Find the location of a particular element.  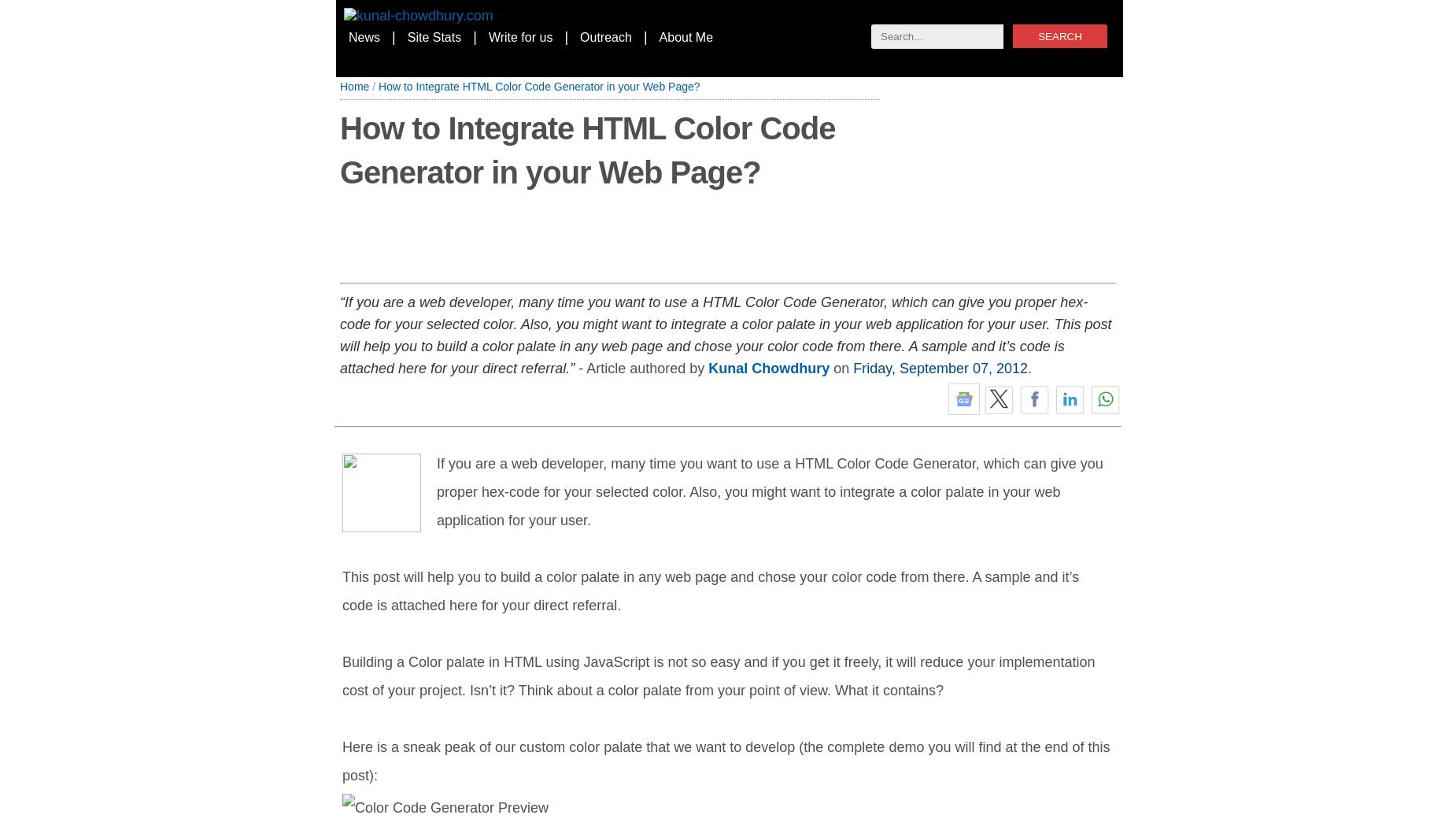

'Here is a sneak peak of our custom color palate that we want to develop (the complete demo you will find at the end of this post):' is located at coordinates (341, 761).